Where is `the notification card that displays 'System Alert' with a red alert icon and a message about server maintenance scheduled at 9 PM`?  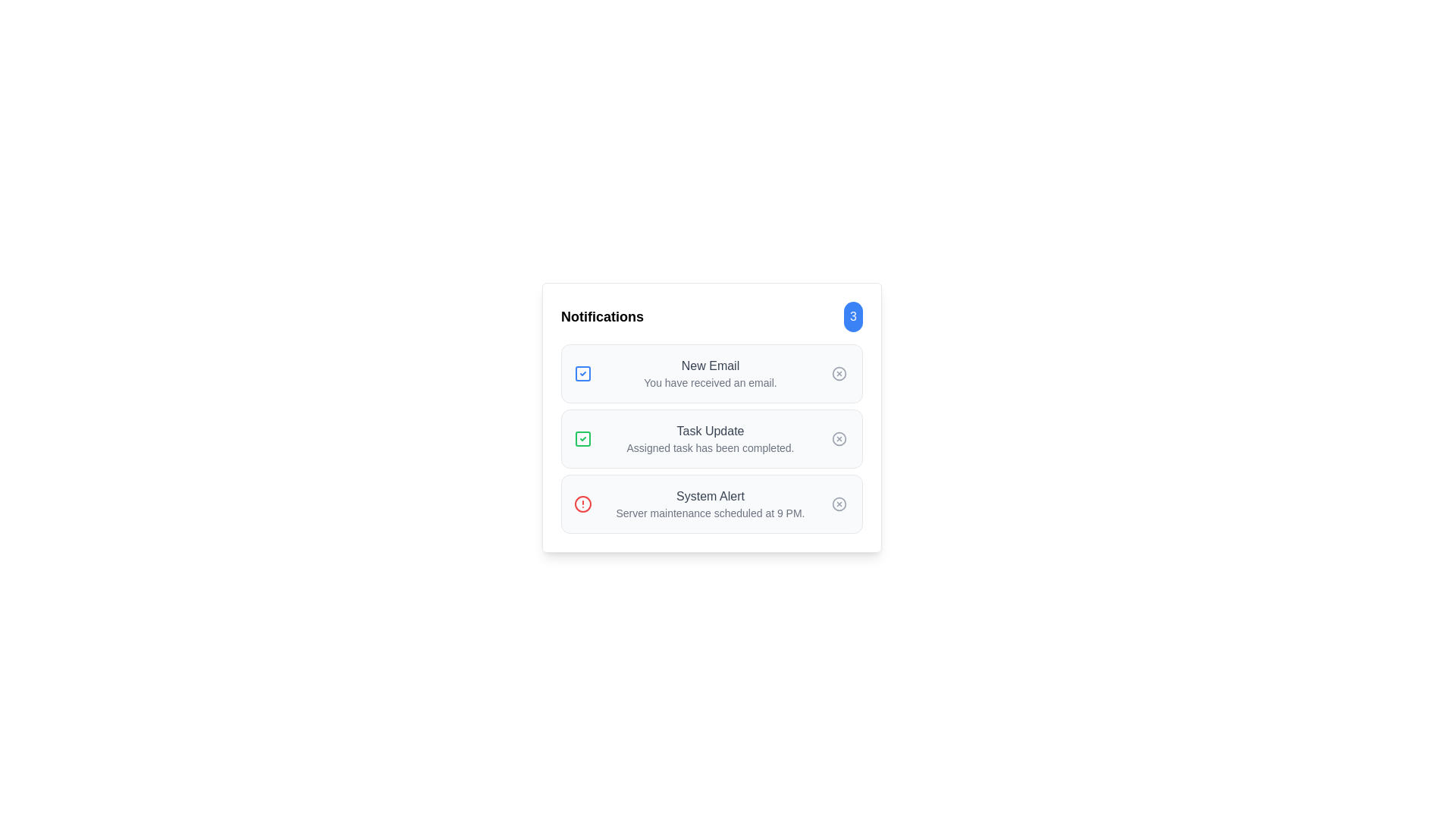 the notification card that displays 'System Alert' with a red alert icon and a message about server maintenance scheduled at 9 PM is located at coordinates (709, 504).